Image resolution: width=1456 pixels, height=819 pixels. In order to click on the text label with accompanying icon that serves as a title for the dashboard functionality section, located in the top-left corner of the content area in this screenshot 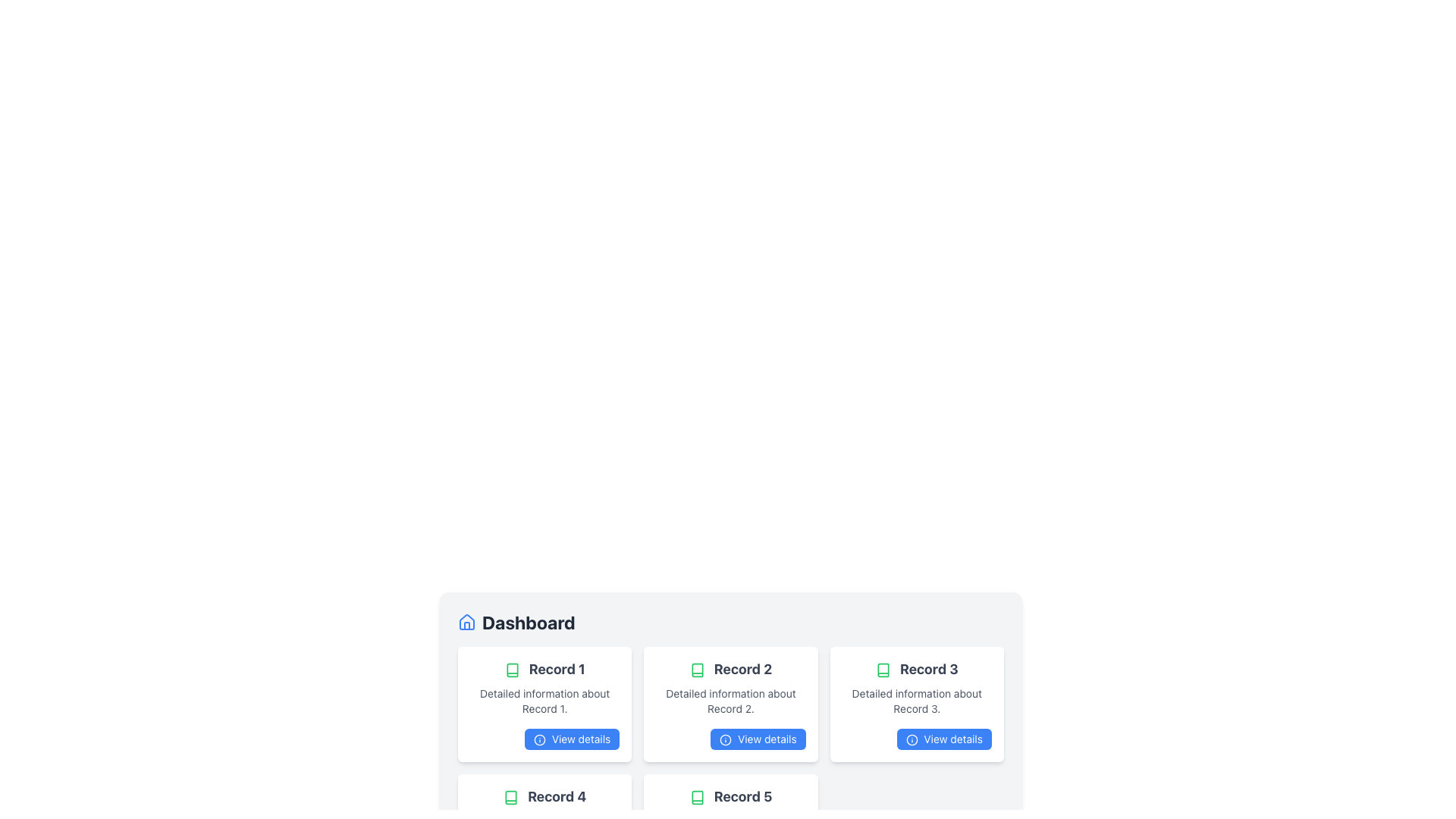, I will do `click(516, 623)`.